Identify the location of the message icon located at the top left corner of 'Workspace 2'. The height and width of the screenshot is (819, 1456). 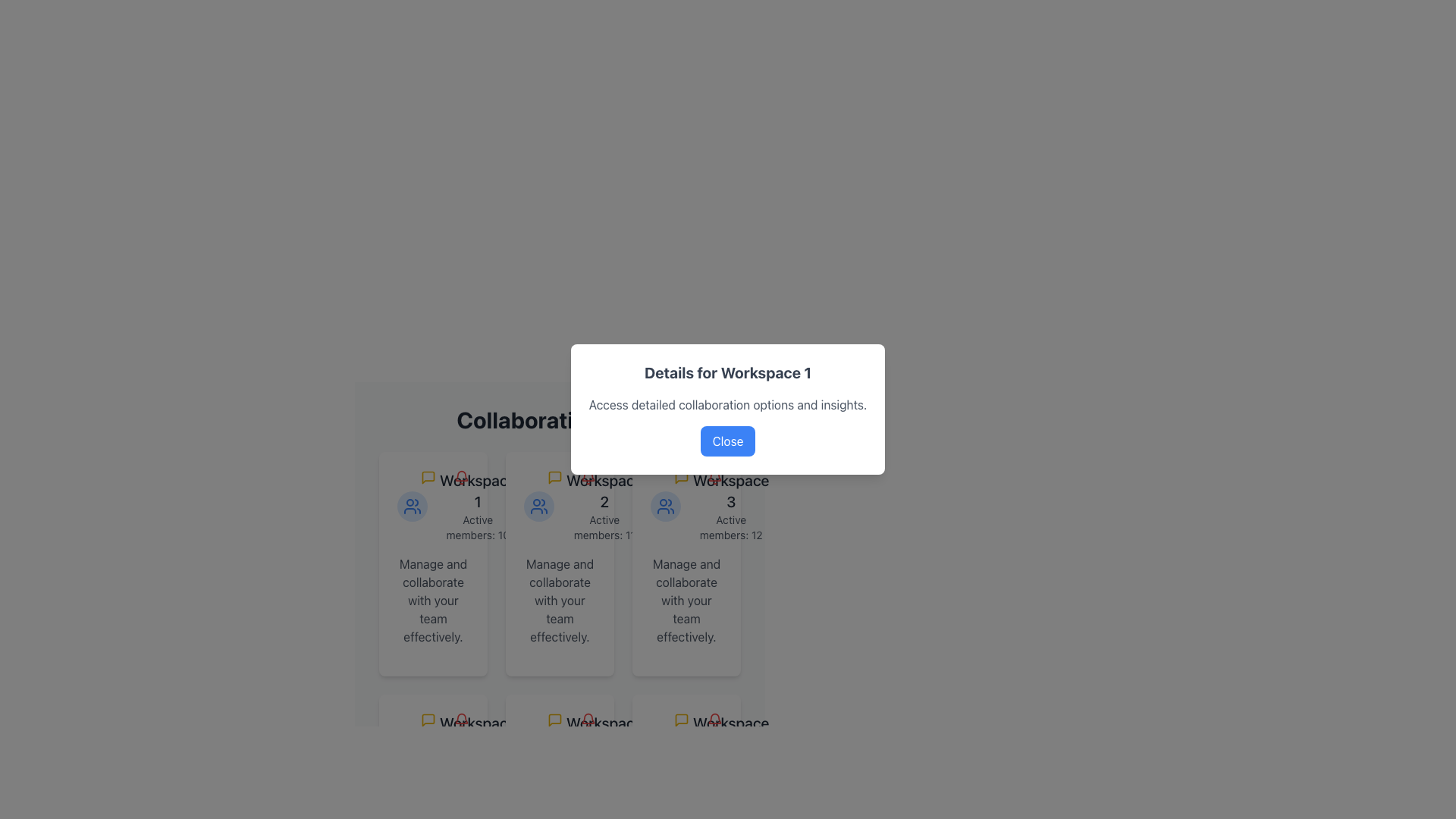
(554, 719).